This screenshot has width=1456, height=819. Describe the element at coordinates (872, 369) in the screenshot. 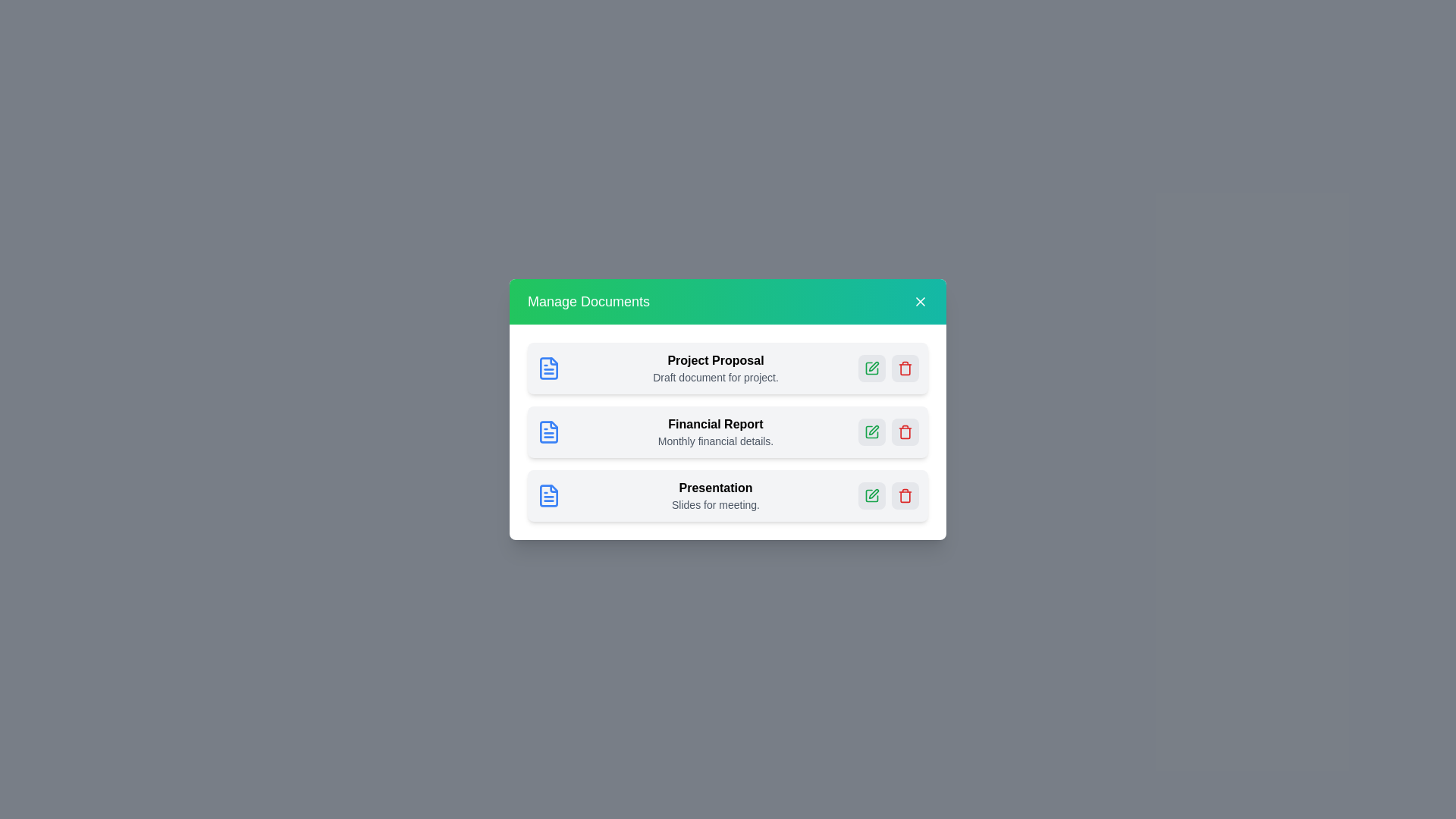

I see `edit button for the document named Project Proposal` at that location.